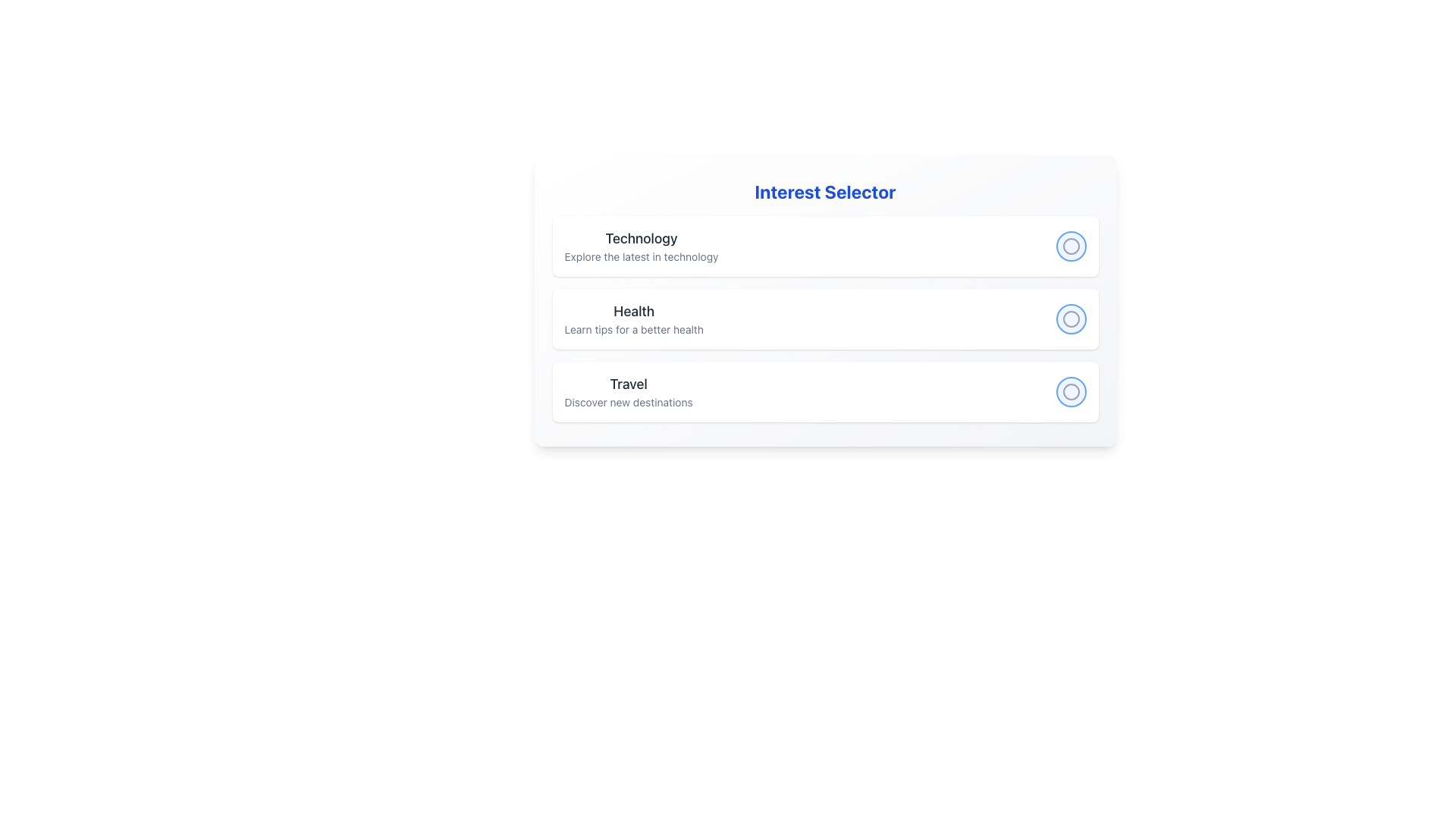 This screenshot has height=819, width=1456. What do you see at coordinates (642, 256) in the screenshot?
I see `the descriptive subtitle text 'Explore the latest in technology' which is styled in gray and located below the header 'Technology'` at bounding box center [642, 256].